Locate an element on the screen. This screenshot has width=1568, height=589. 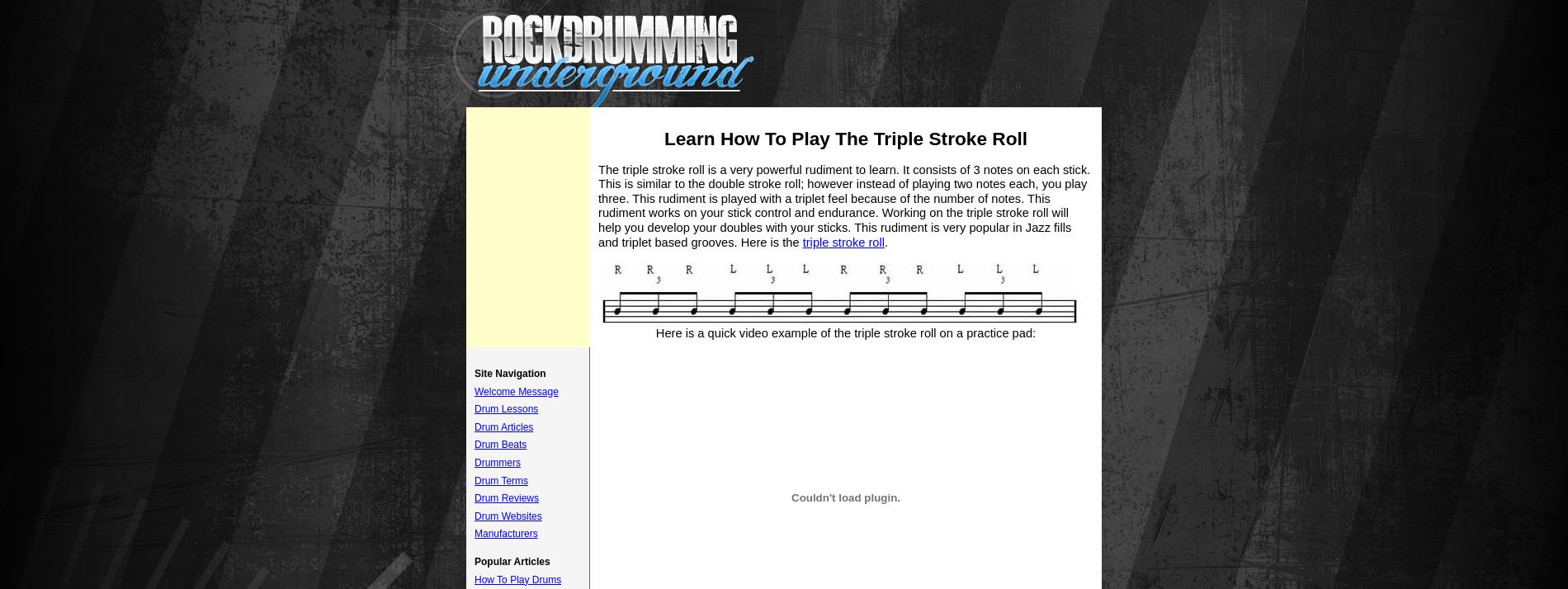
'.' is located at coordinates (886, 241).